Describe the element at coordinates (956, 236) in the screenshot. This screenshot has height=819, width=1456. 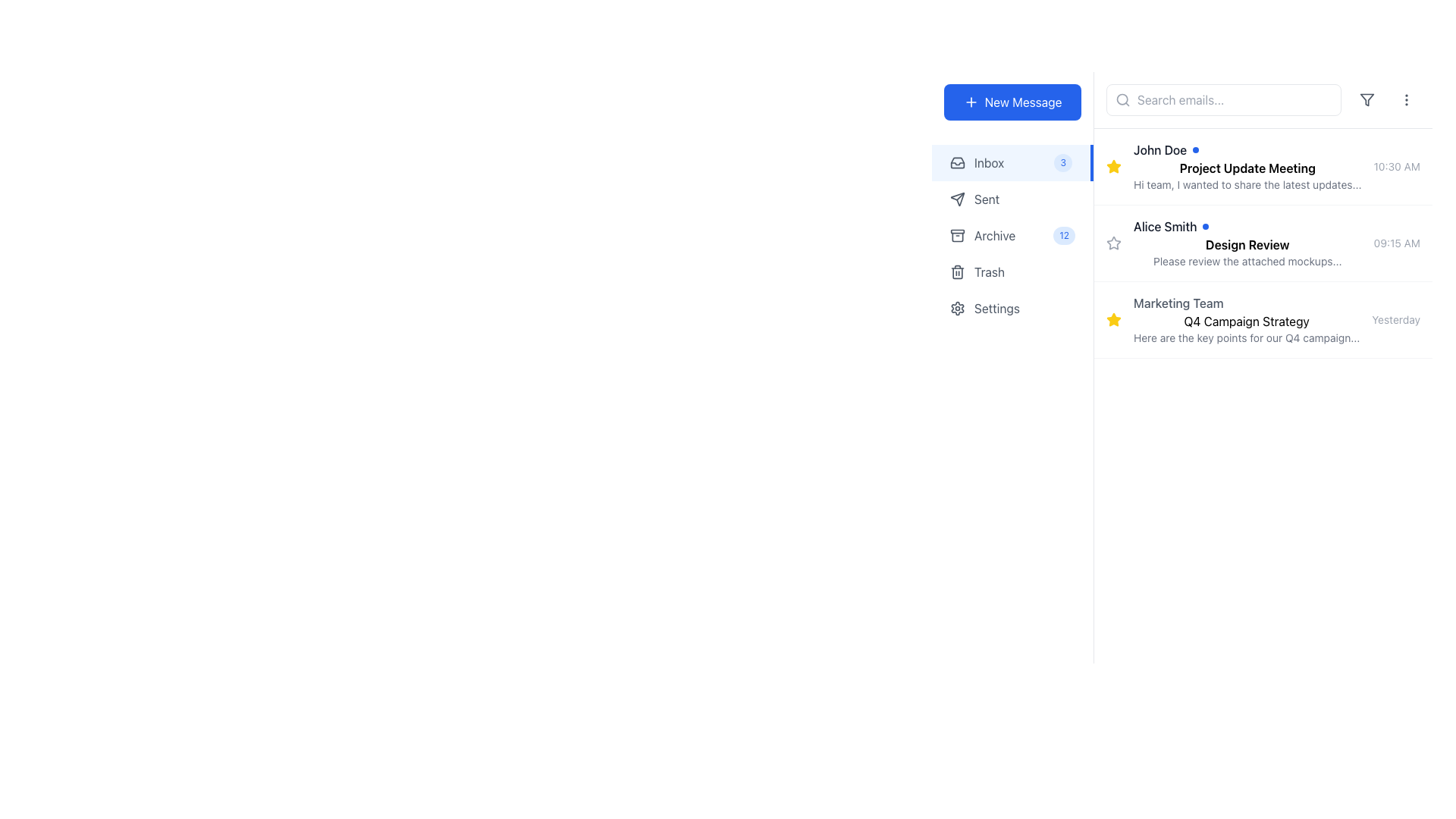
I see `the compact archive box icon located on the left sidebar, positioned directly to the left of the 'Archive' label and above the numeric label '12'` at that location.